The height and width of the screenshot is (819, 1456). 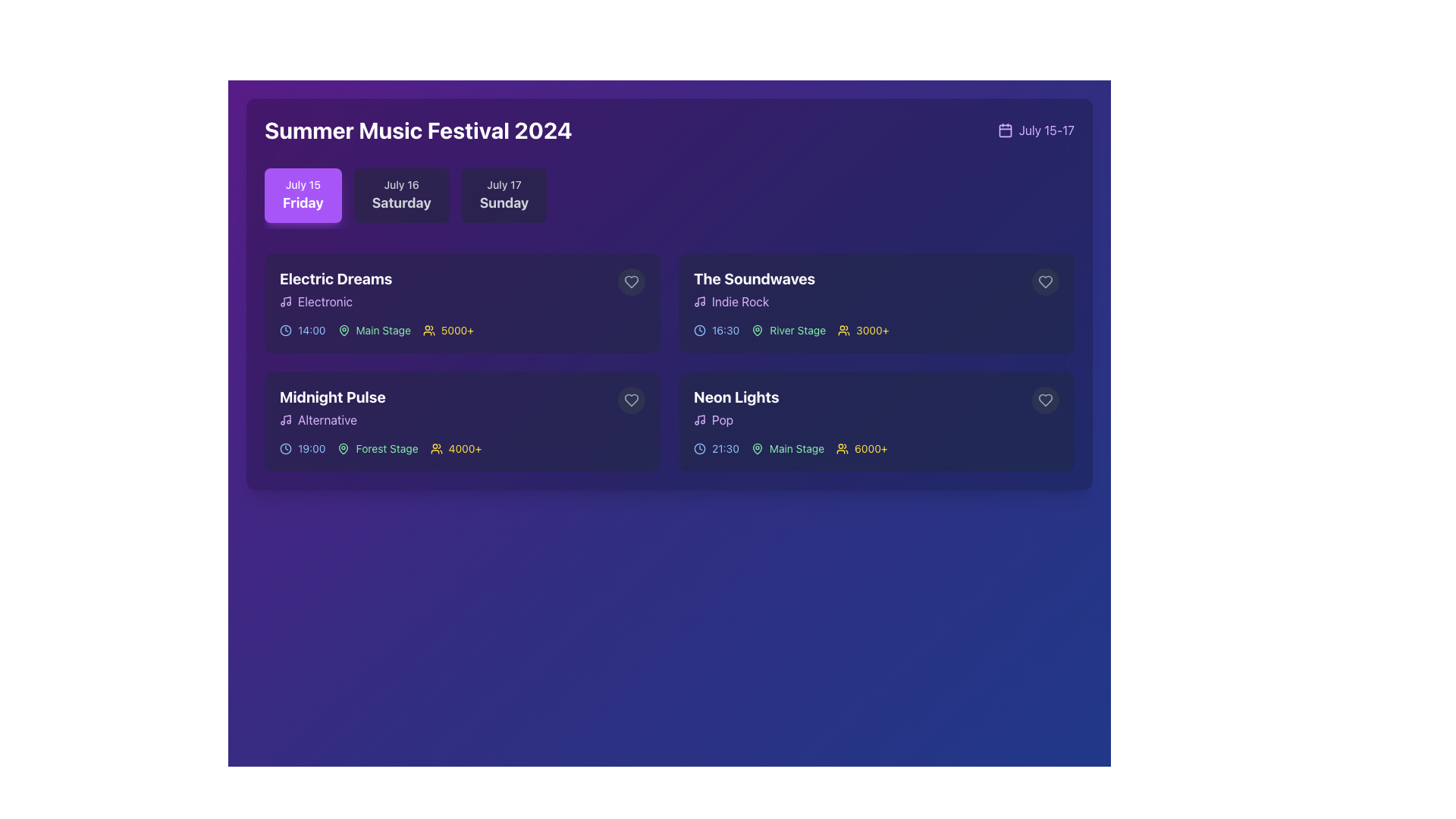 What do you see at coordinates (286, 447) in the screenshot?
I see `the clock icon located to the immediate left of the '19:00' time text label under the 'Midnight Pulse' event section as part of its context` at bounding box center [286, 447].